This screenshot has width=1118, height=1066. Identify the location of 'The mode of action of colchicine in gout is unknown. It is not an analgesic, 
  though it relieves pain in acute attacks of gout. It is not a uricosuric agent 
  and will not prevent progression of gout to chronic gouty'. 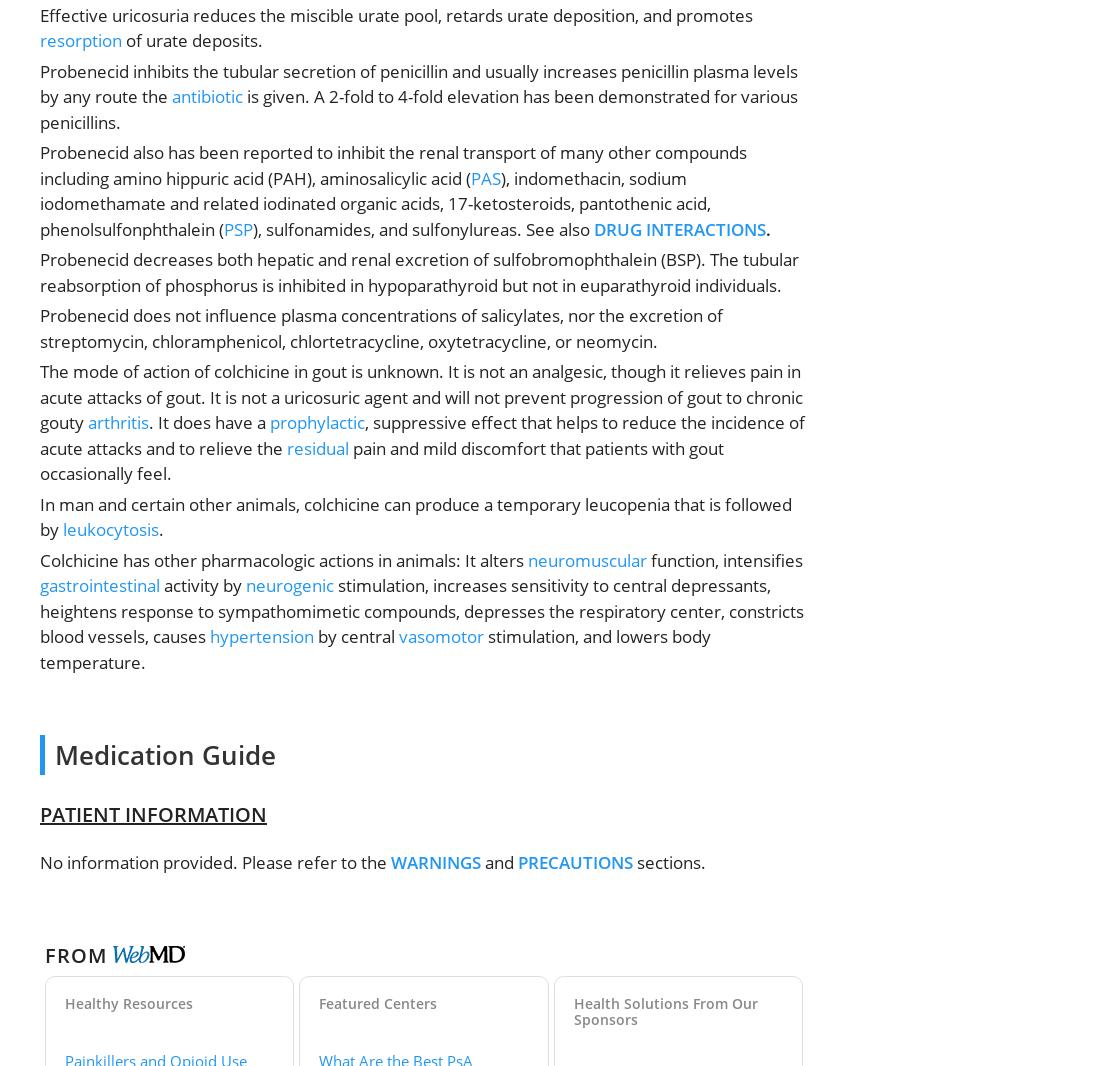
(420, 396).